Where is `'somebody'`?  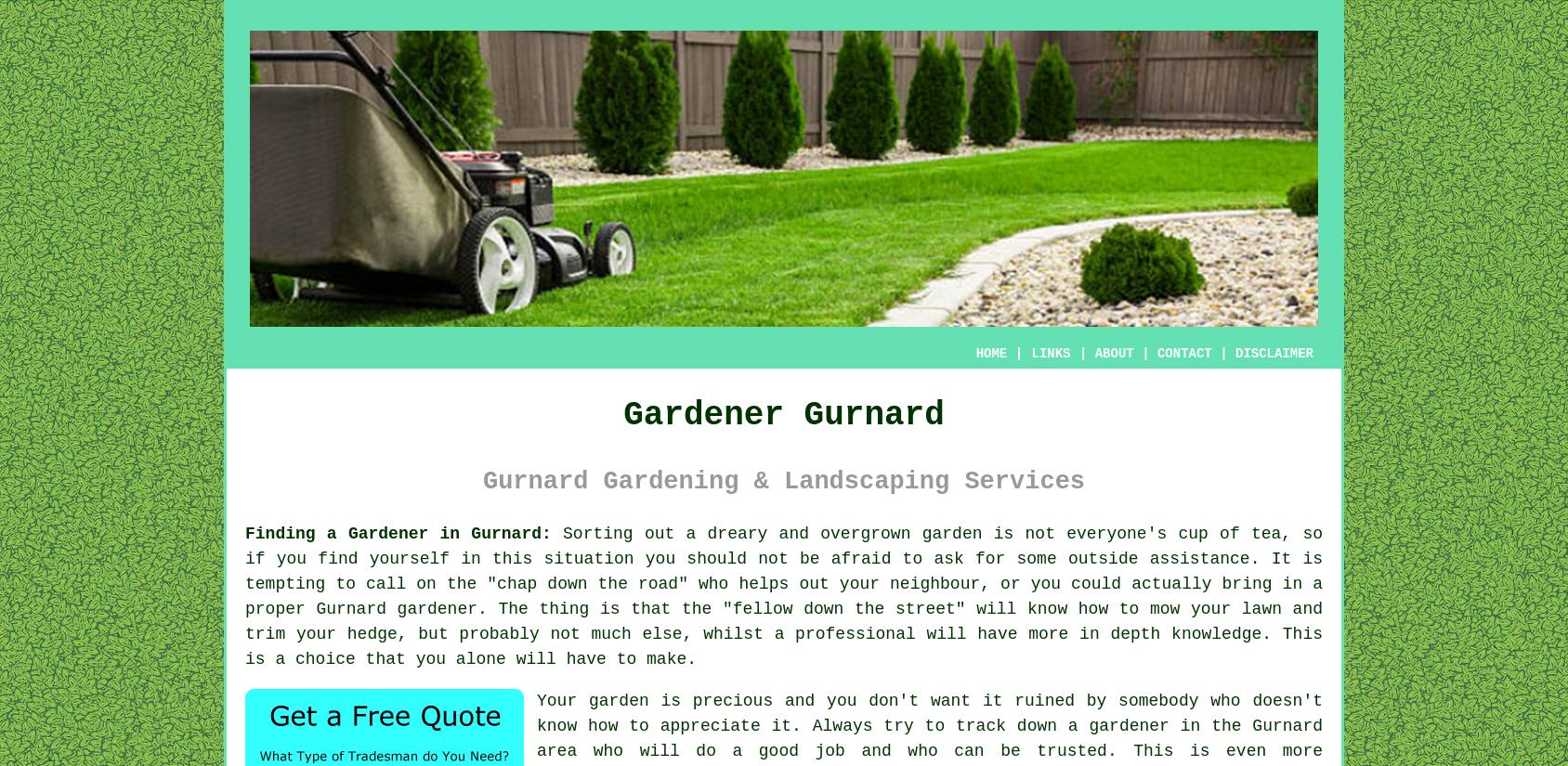
'somebody' is located at coordinates (1157, 701).